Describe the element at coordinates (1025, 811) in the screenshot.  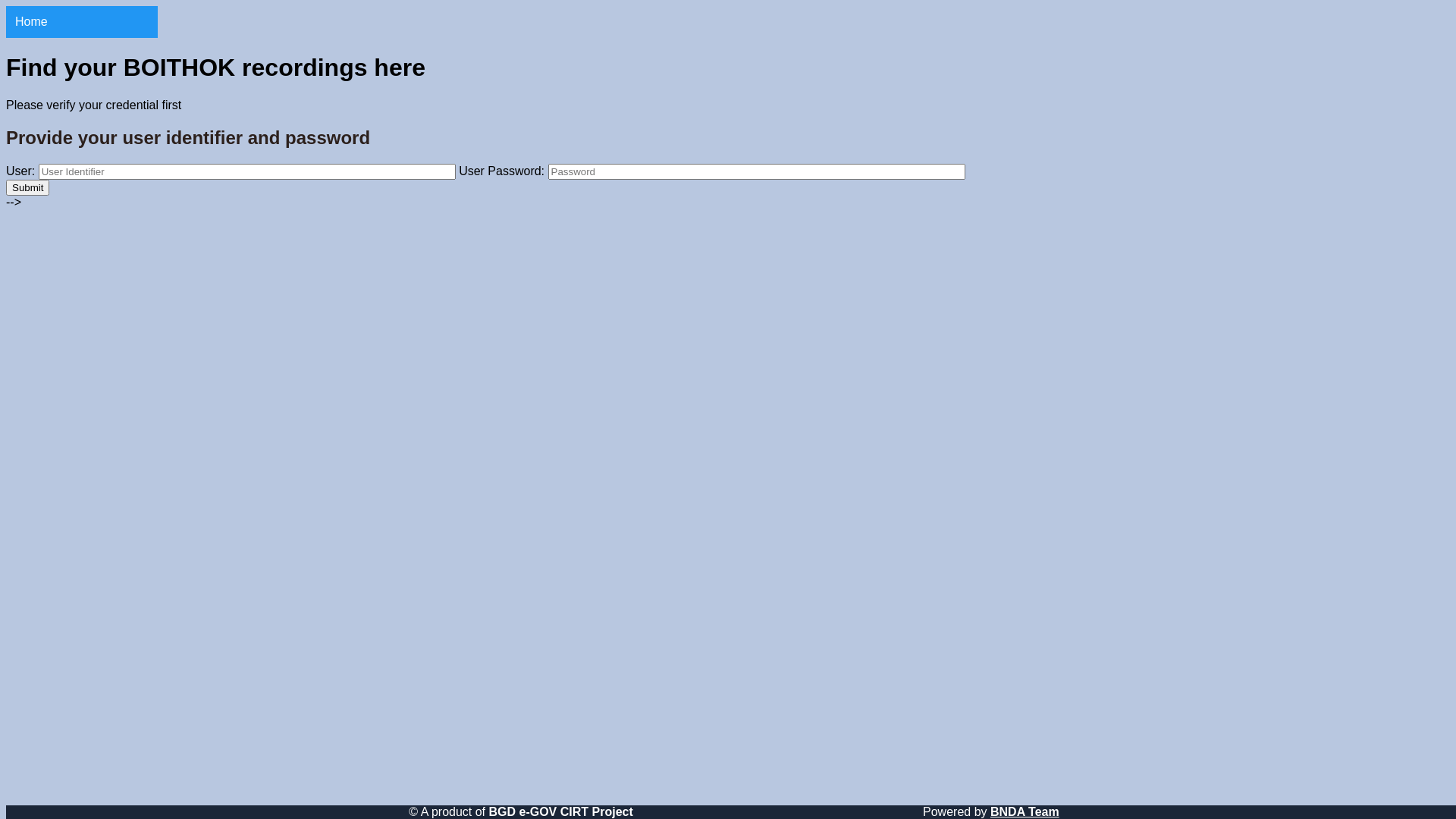
I see `'BNDA Team'` at that location.